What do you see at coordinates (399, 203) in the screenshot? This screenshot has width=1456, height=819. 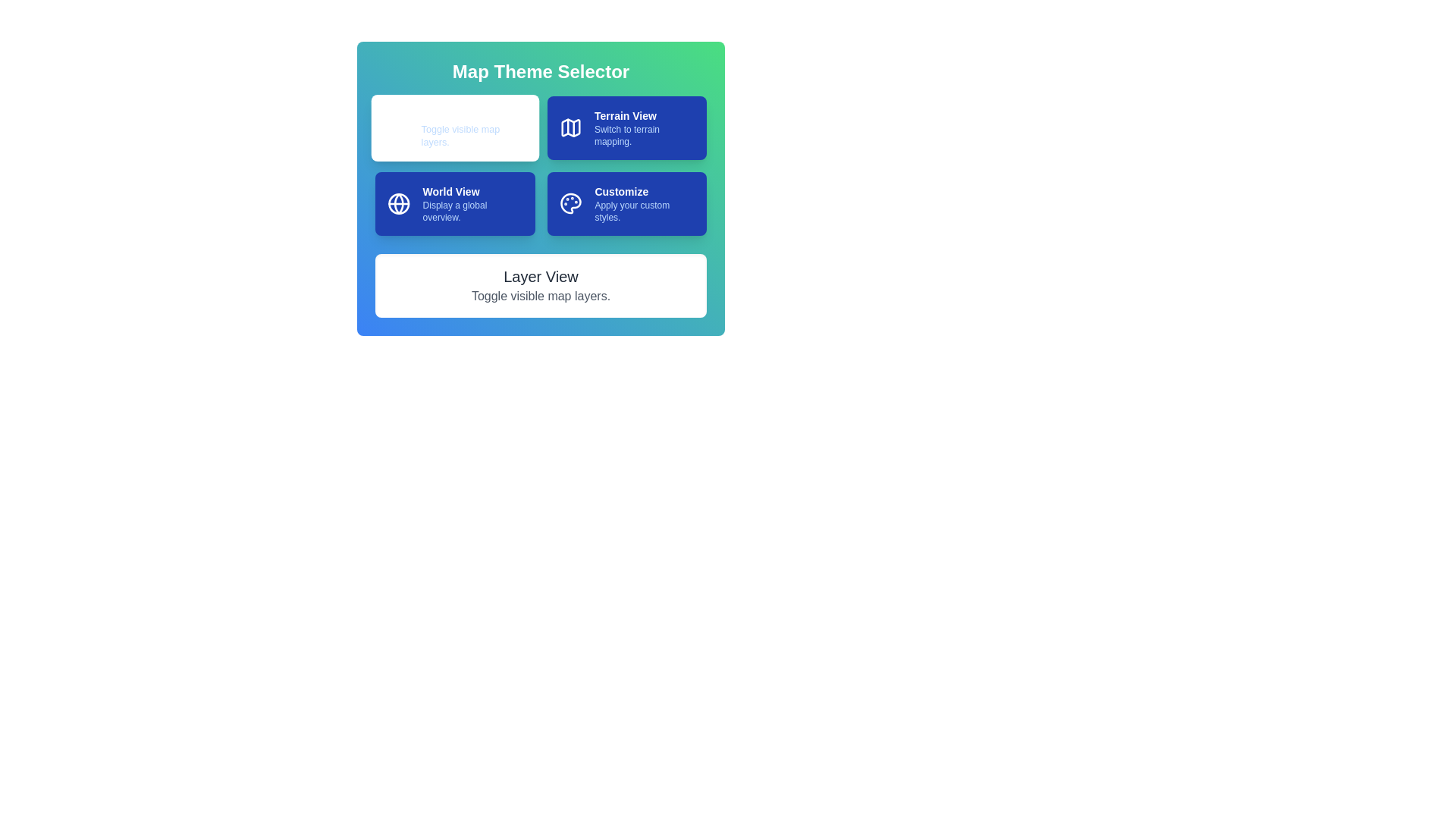 I see `the circular element within the SVG icon, which is centrally positioned in the blue button labeled 'World View.'` at bounding box center [399, 203].